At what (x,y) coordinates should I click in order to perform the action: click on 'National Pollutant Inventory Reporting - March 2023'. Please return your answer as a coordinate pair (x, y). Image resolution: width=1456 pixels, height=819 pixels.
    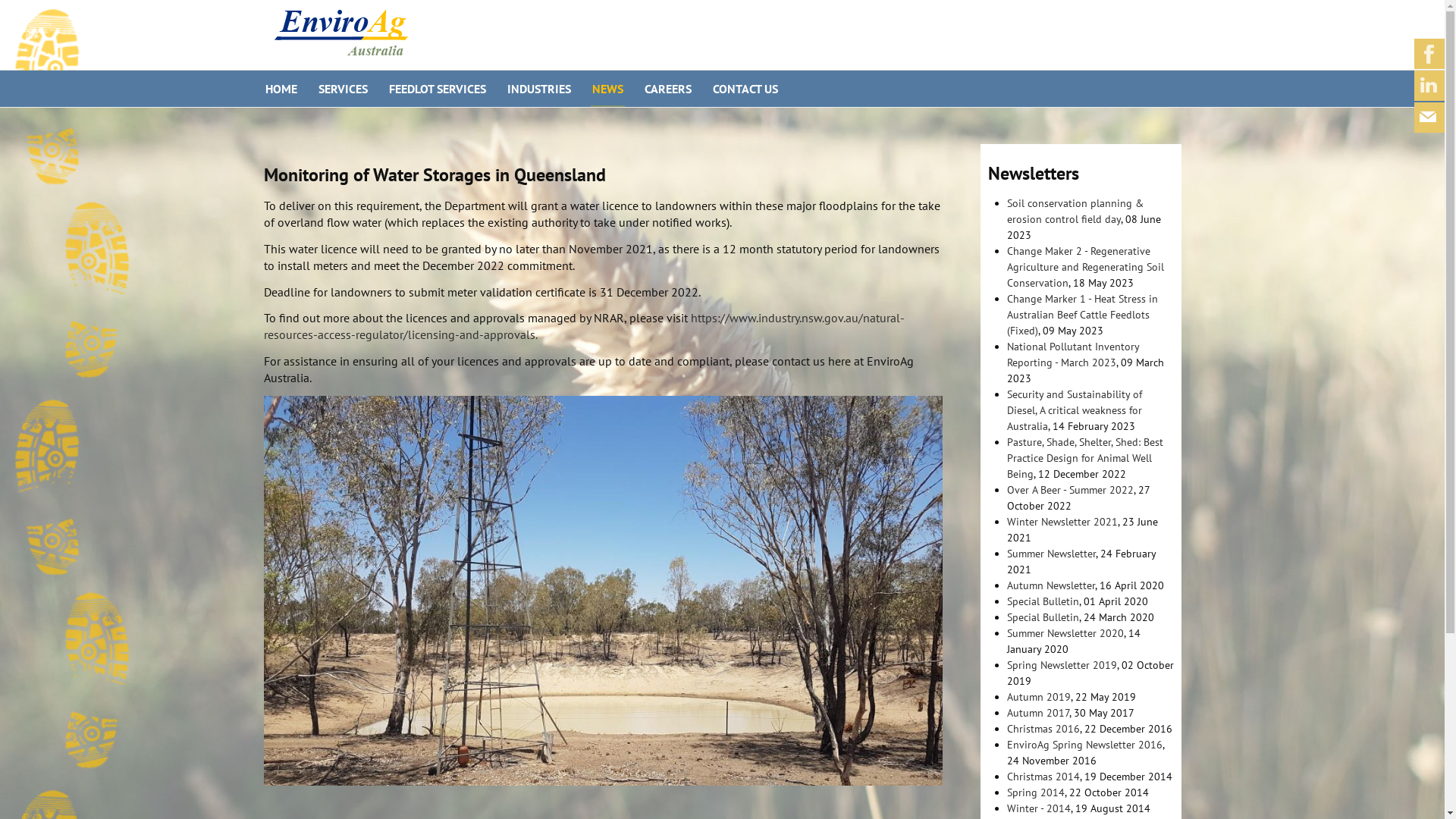
    Looking at the image, I should click on (1007, 354).